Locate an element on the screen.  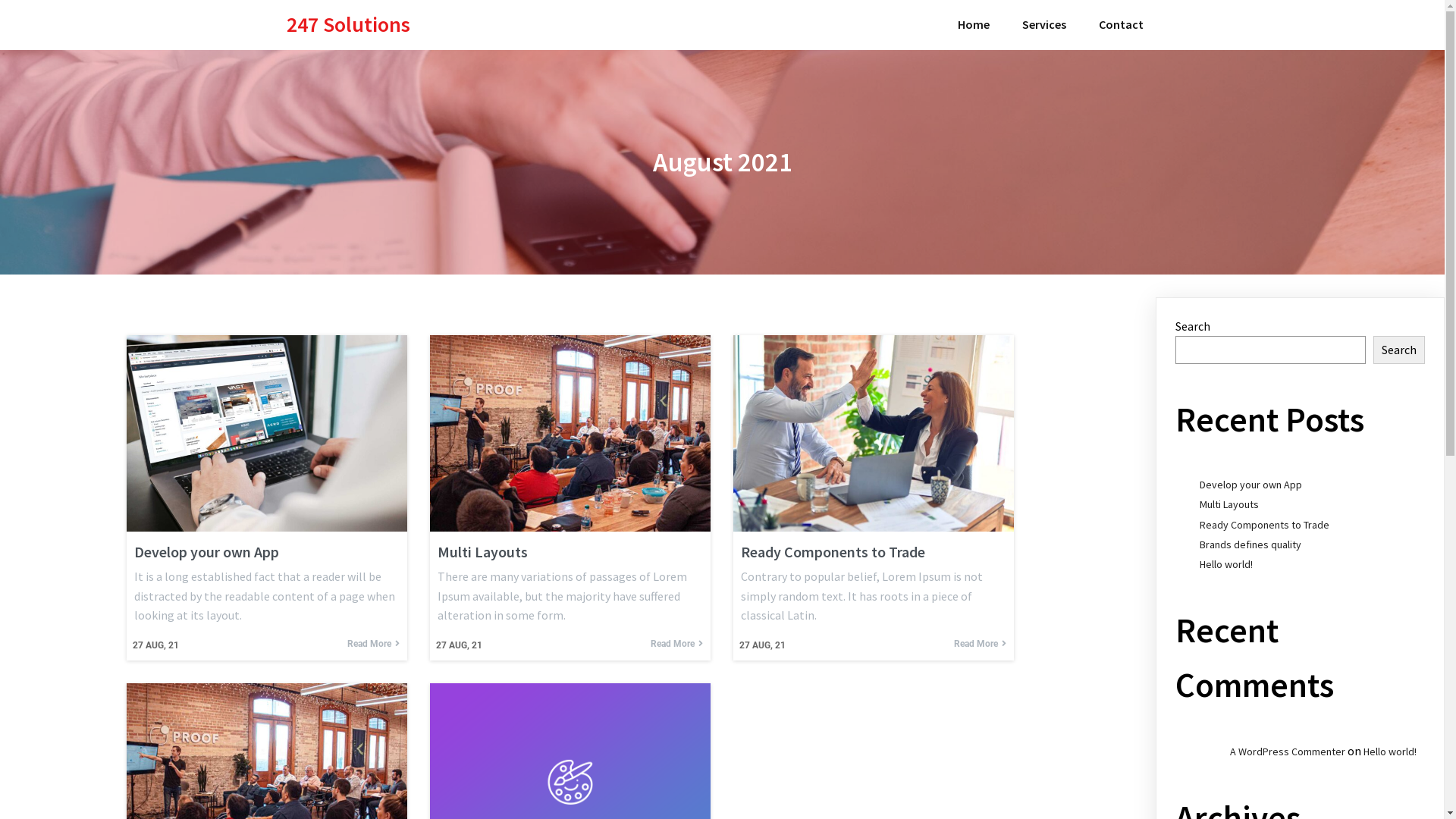
'Read More' is located at coordinates (980, 643).